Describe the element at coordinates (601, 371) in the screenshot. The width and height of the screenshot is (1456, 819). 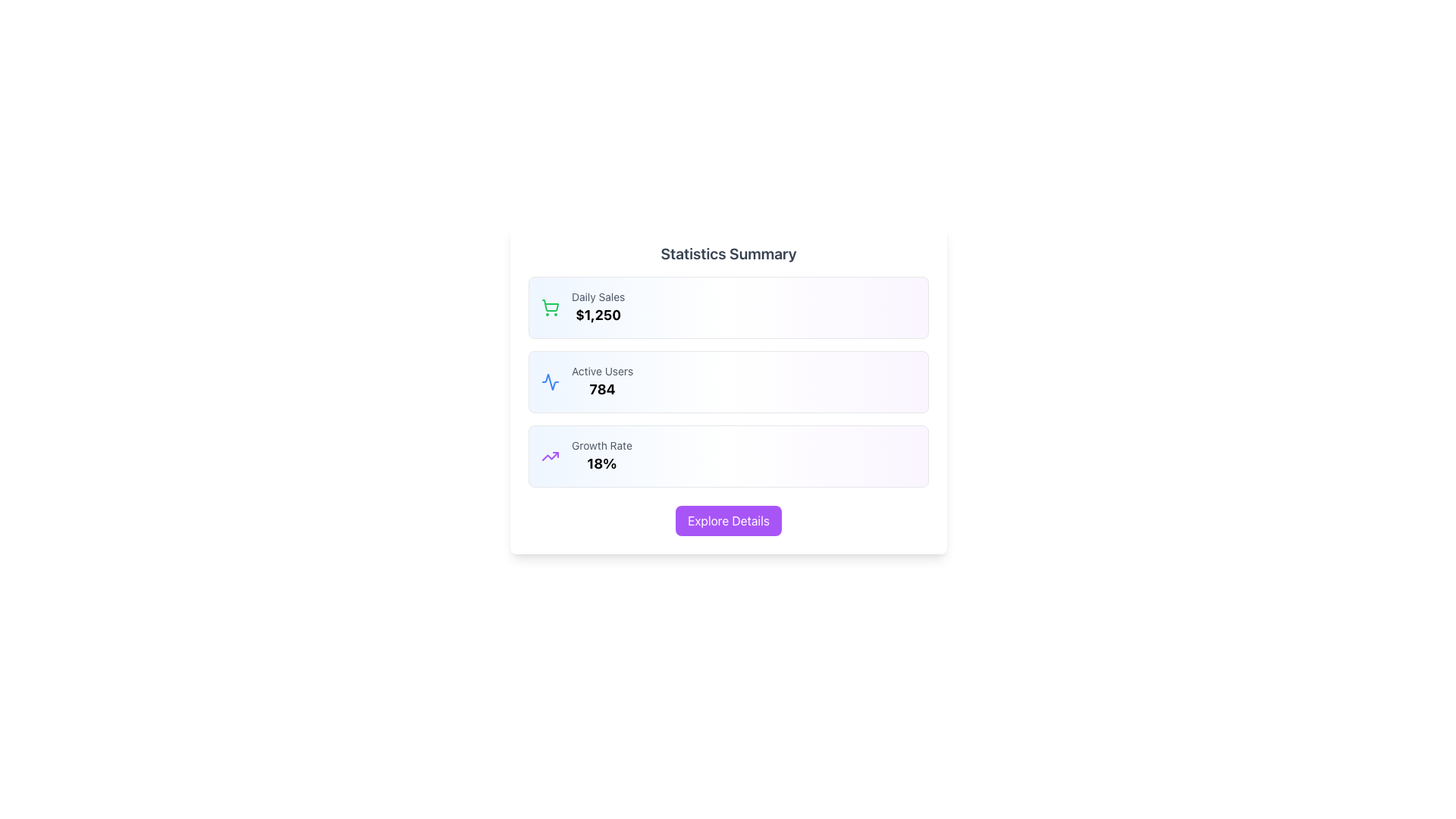
I see `the text label displaying 'Active Users' in a lighter gray color, positioned above the number '784' within the middle summary card` at that location.